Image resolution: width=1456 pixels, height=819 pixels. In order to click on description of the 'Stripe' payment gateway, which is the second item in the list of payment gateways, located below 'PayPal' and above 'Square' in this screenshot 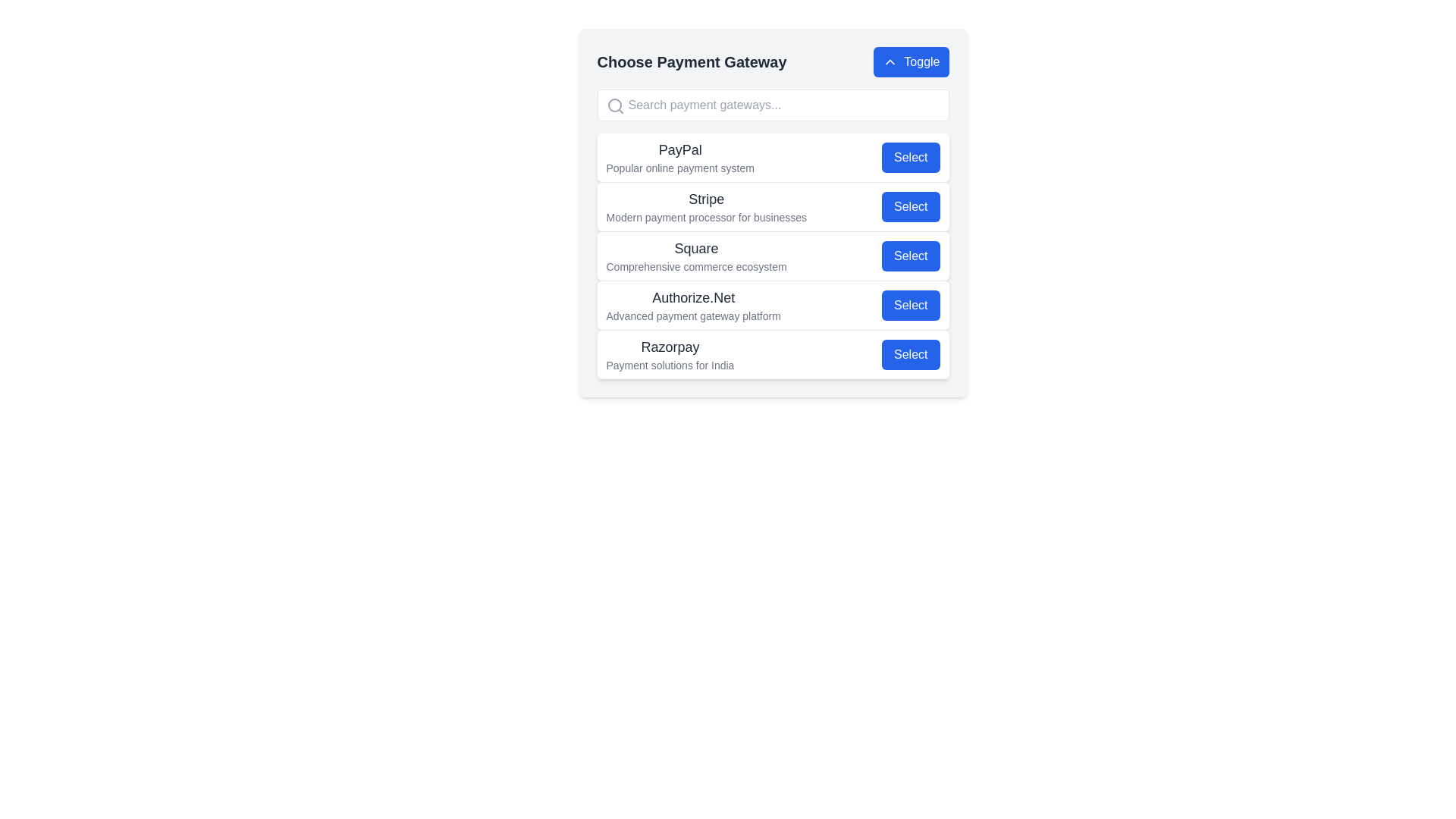, I will do `click(773, 206)`.